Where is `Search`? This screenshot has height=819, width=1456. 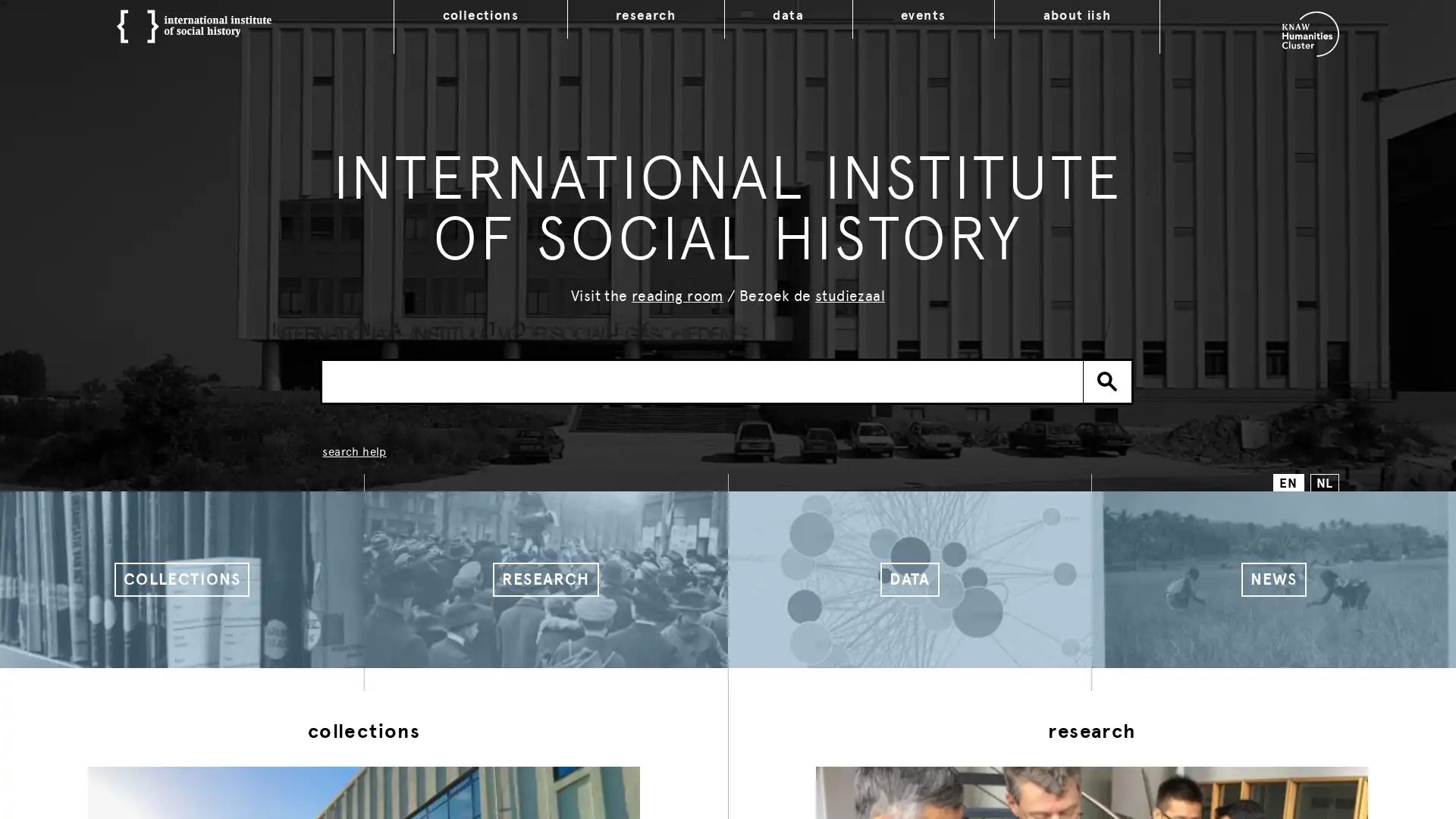 Search is located at coordinates (1107, 380).